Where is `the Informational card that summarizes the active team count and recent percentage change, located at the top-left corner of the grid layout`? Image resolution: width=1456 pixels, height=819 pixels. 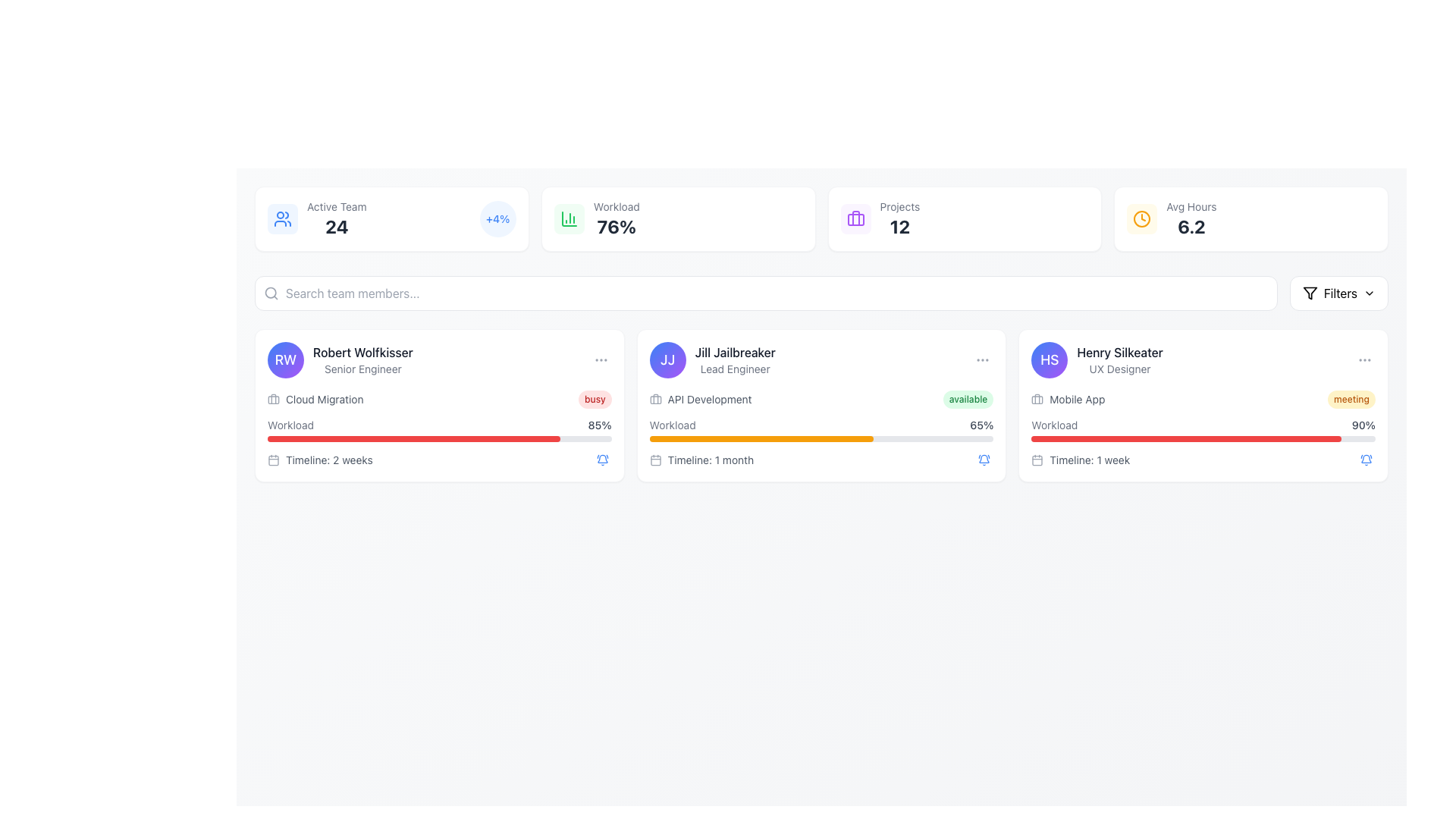 the Informational card that summarizes the active team count and recent percentage change, located at the top-left corner of the grid layout is located at coordinates (391, 219).